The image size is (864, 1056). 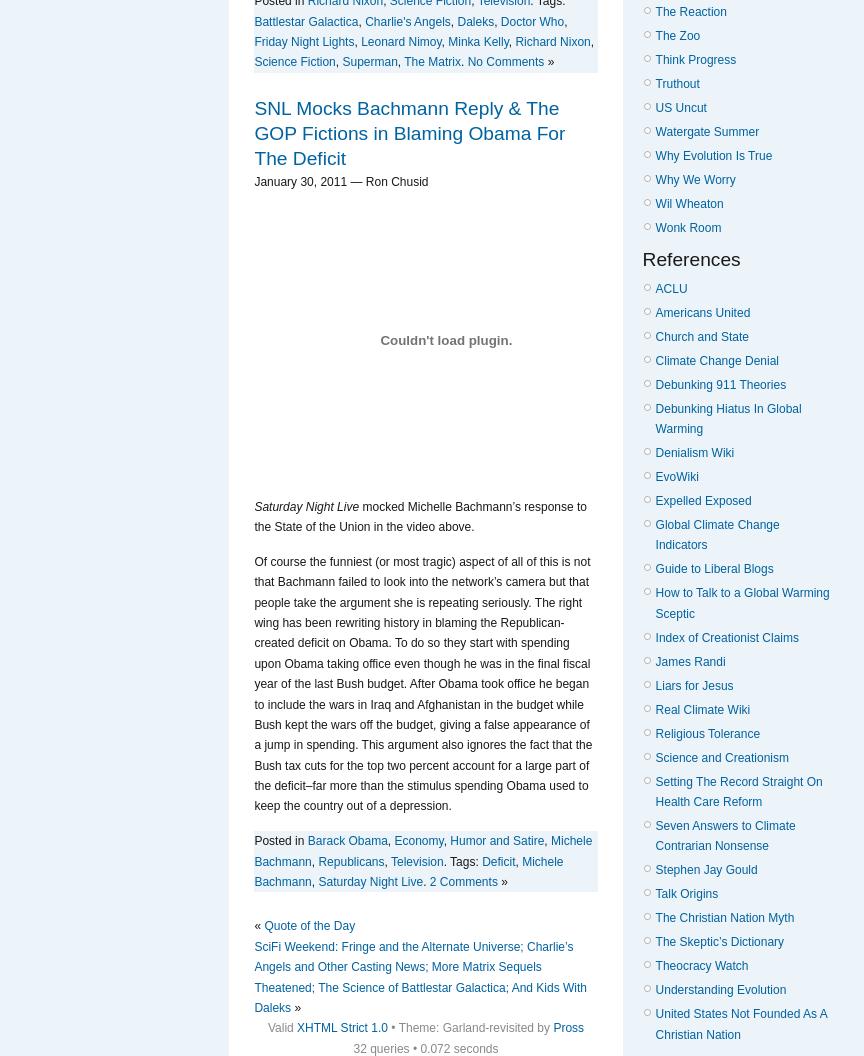 I want to click on 'Think Progress', so click(x=695, y=59).